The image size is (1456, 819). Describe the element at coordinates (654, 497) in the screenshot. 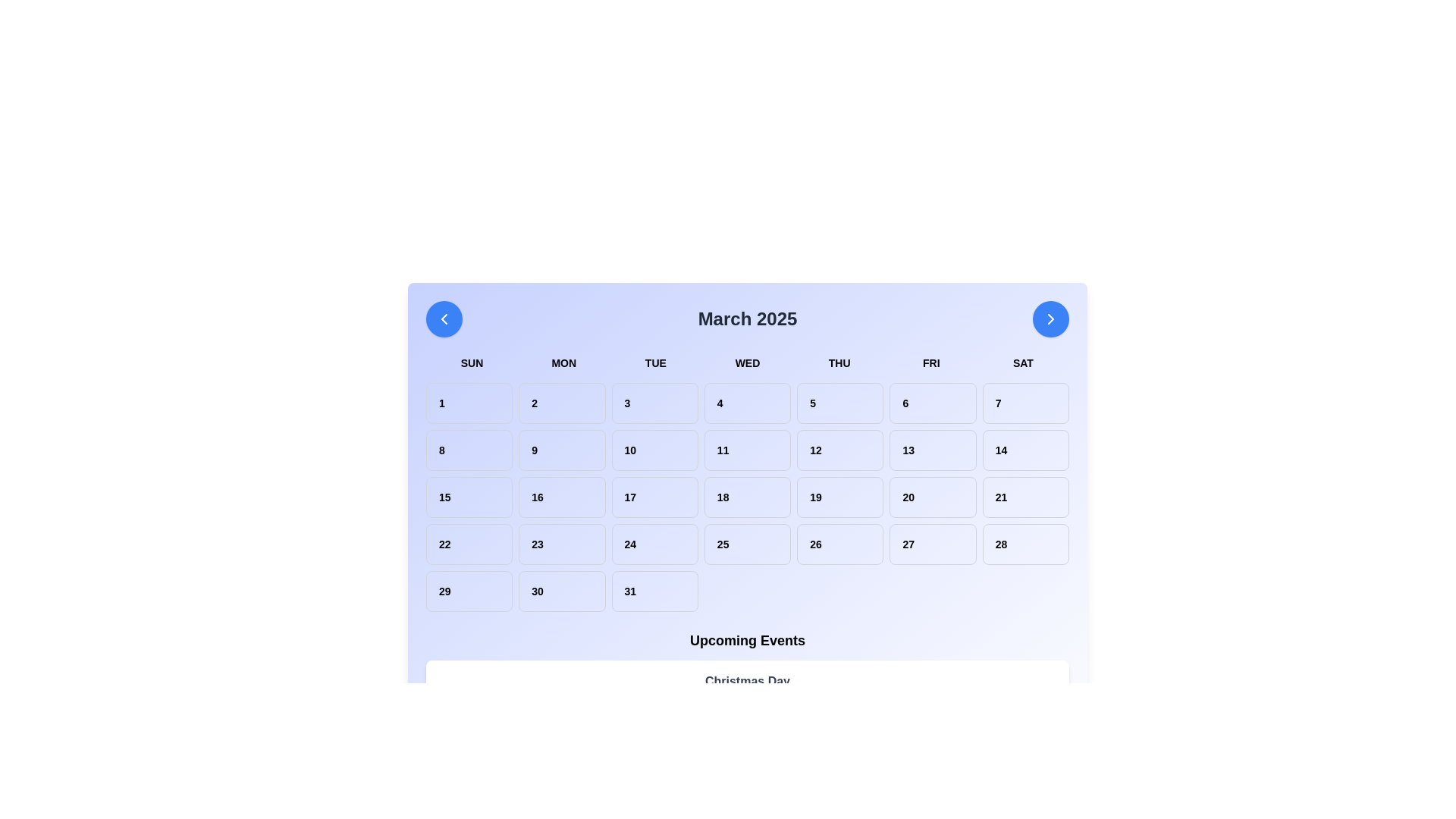

I see `the button representing the date 17 in the calendar grid under the 'TUE' column` at that location.